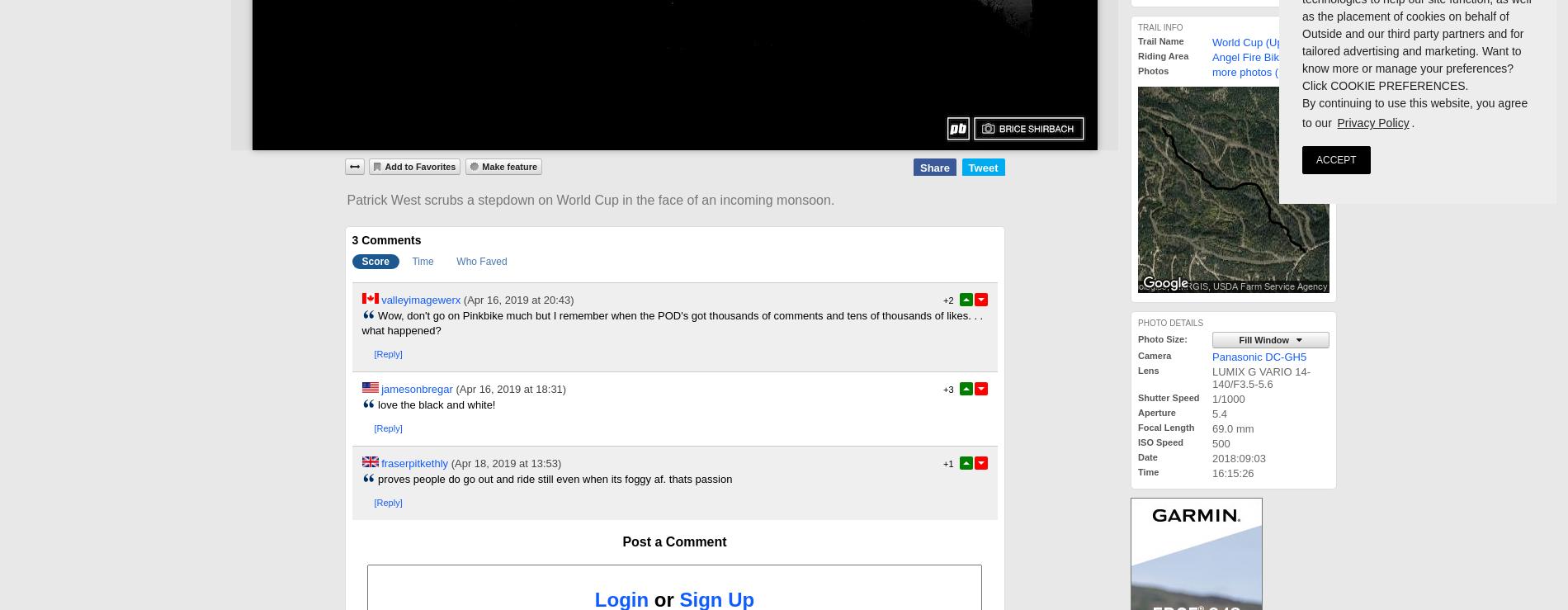 The width and height of the screenshot is (1568, 610). Describe the element at coordinates (1253, 71) in the screenshot. I see `'more photos (14)'` at that location.